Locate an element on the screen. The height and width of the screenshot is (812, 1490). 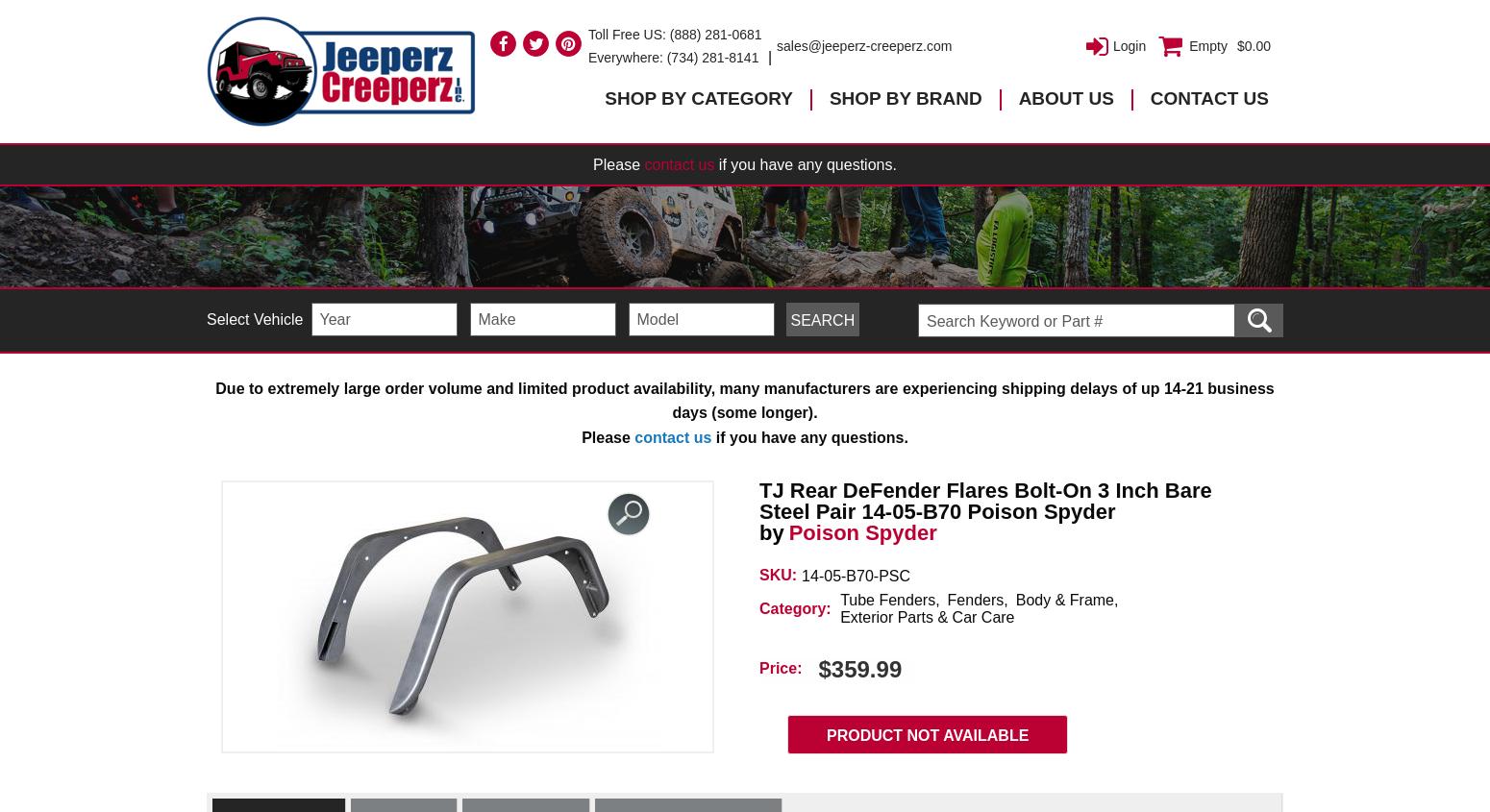
'Body & Frame' is located at coordinates (1063, 600).